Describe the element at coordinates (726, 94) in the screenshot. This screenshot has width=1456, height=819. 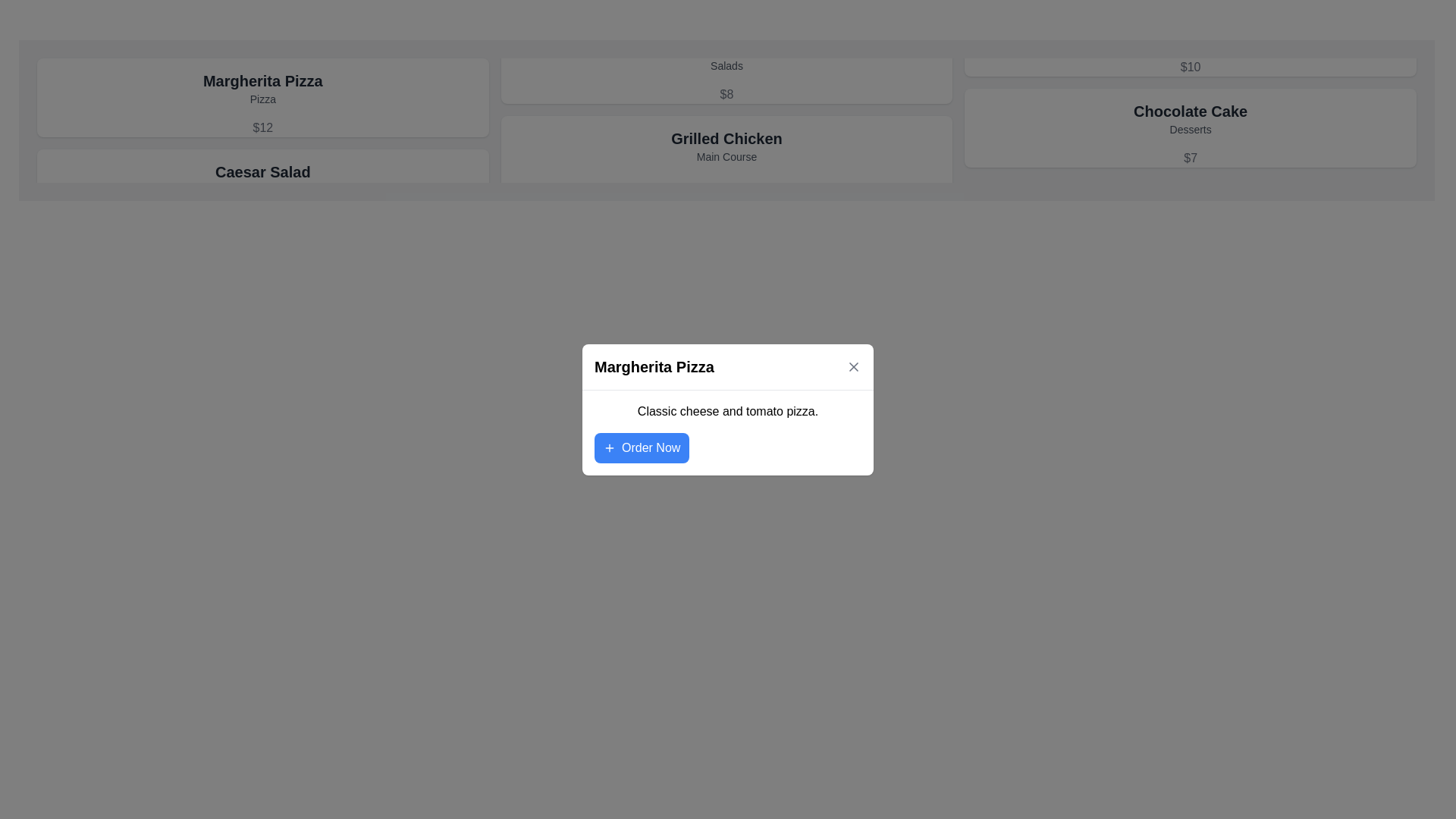
I see `the text label displaying the monetary amount '$8'` at that location.